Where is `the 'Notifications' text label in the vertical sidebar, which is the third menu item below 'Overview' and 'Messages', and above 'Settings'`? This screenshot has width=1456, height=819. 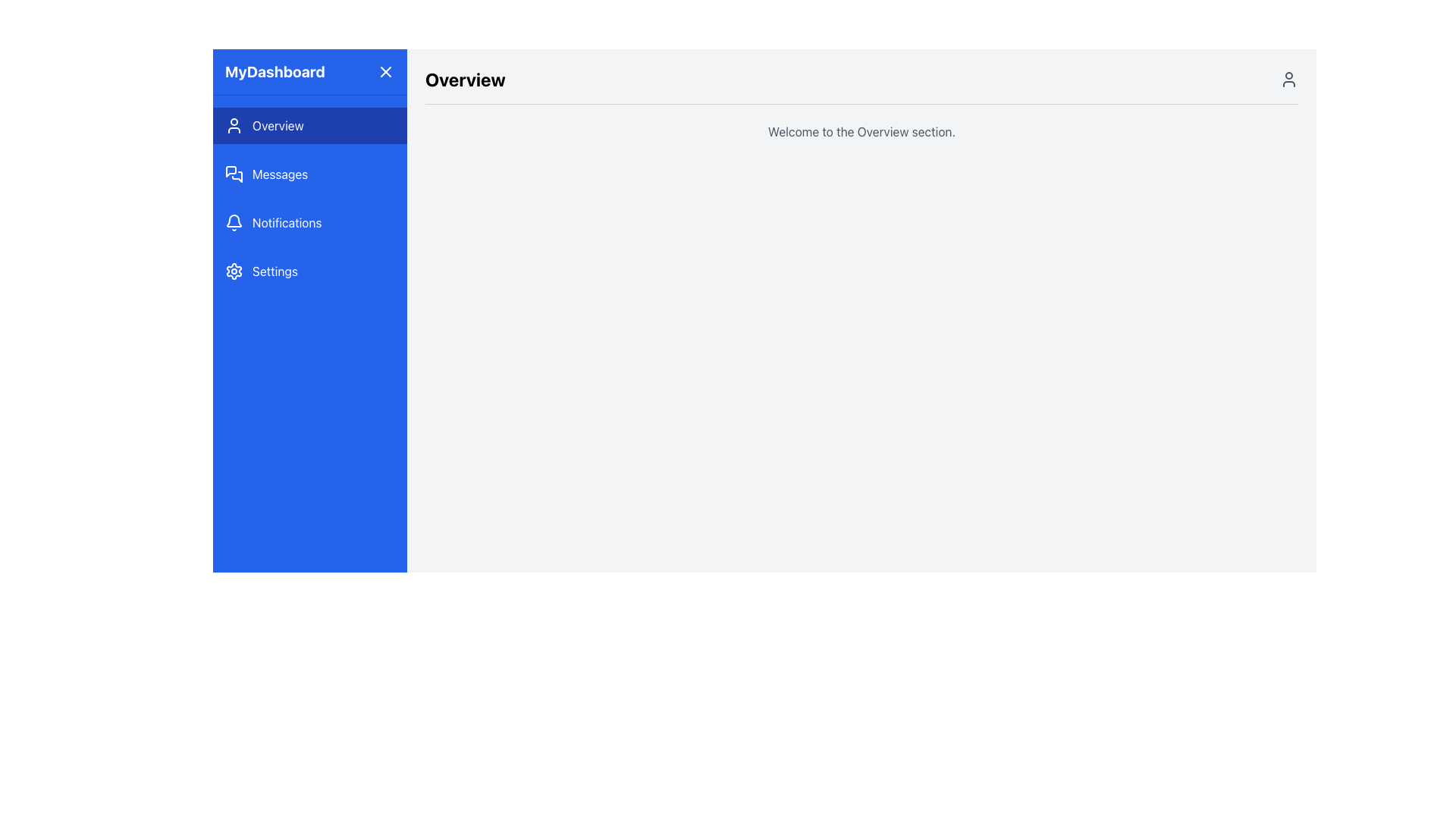
the 'Notifications' text label in the vertical sidebar, which is the third menu item below 'Overview' and 'Messages', and above 'Settings' is located at coordinates (287, 222).